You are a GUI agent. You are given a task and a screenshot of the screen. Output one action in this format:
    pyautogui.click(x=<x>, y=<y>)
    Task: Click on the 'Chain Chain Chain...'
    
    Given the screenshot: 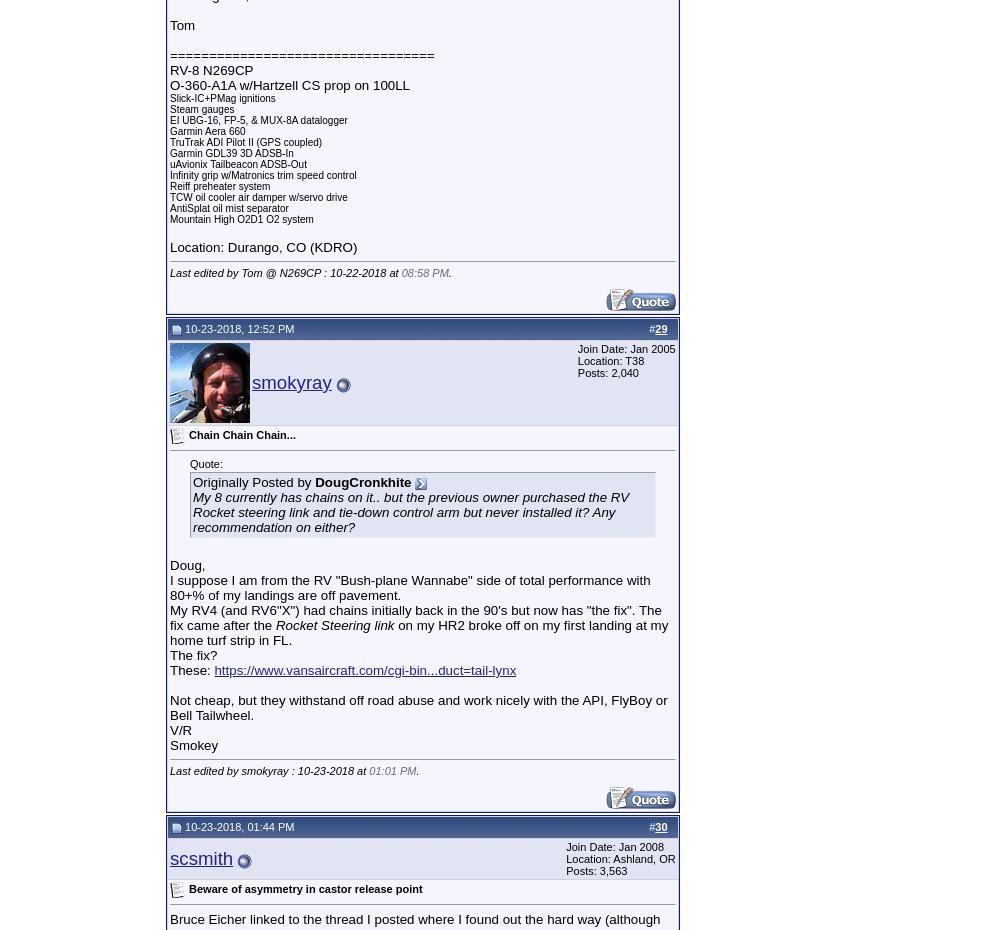 What is the action you would take?
    pyautogui.click(x=188, y=434)
    